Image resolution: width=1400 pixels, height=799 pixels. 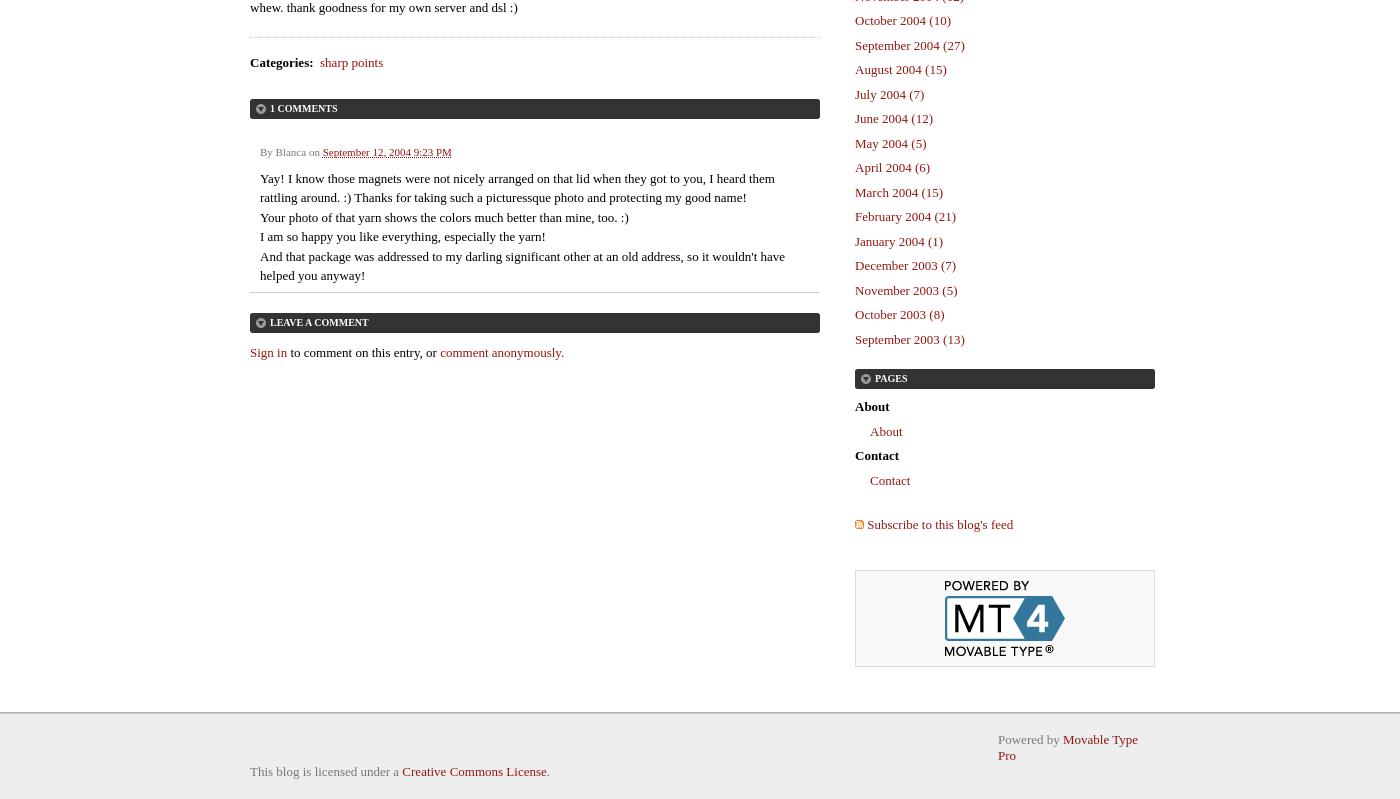 What do you see at coordinates (547, 770) in the screenshot?
I see `'.'` at bounding box center [547, 770].